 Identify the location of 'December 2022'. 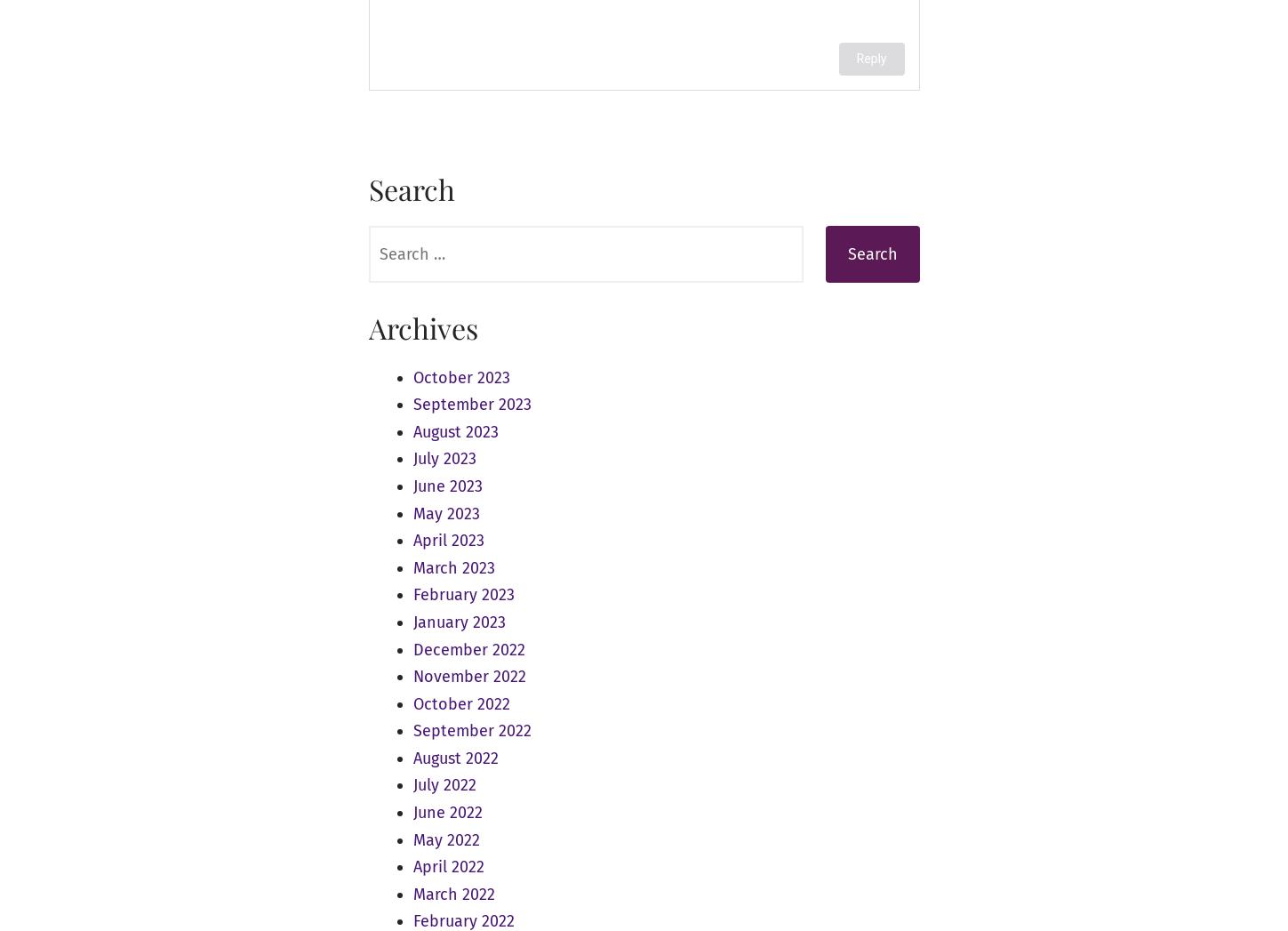
(468, 648).